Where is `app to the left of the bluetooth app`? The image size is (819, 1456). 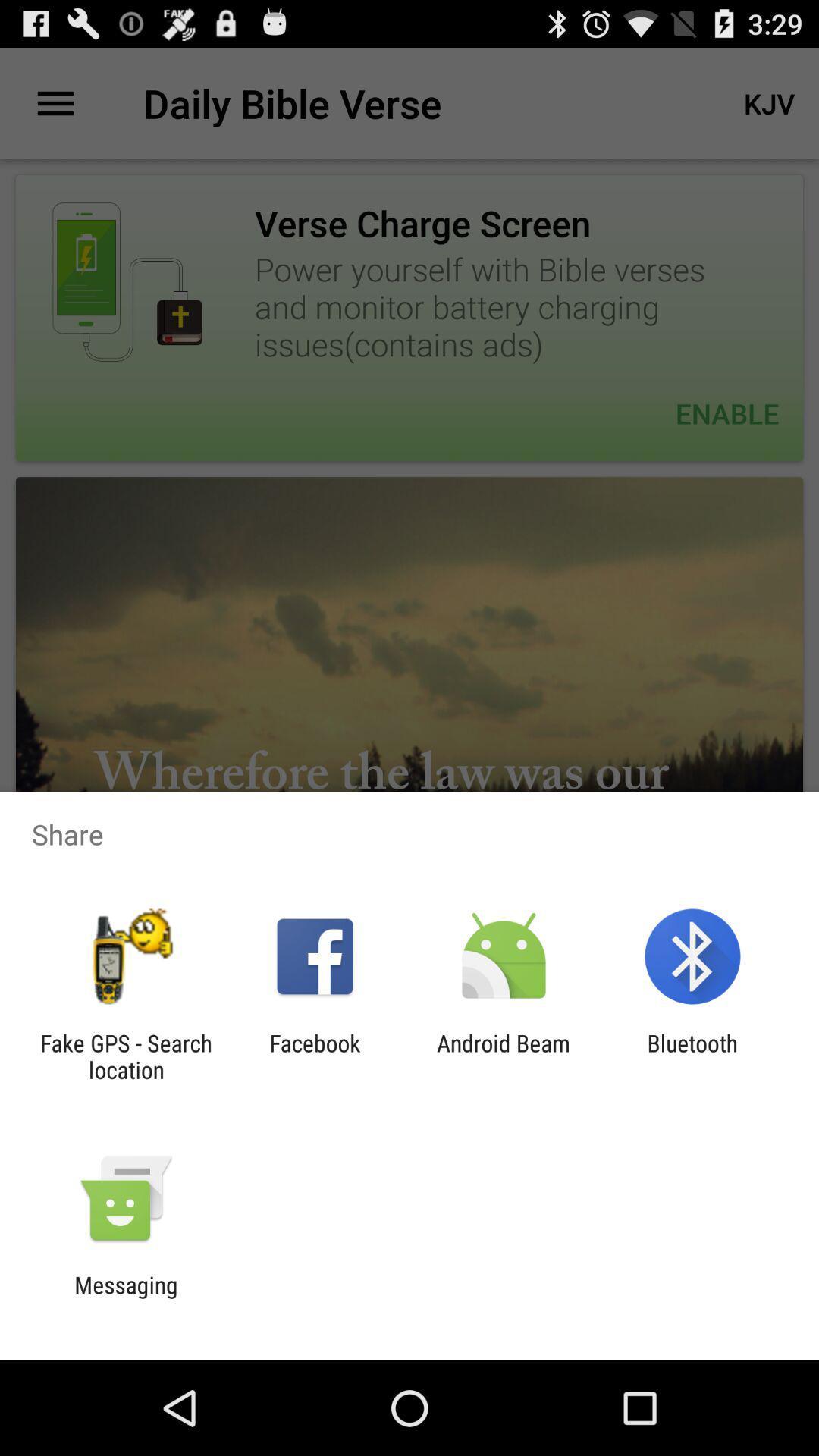 app to the left of the bluetooth app is located at coordinates (504, 1056).